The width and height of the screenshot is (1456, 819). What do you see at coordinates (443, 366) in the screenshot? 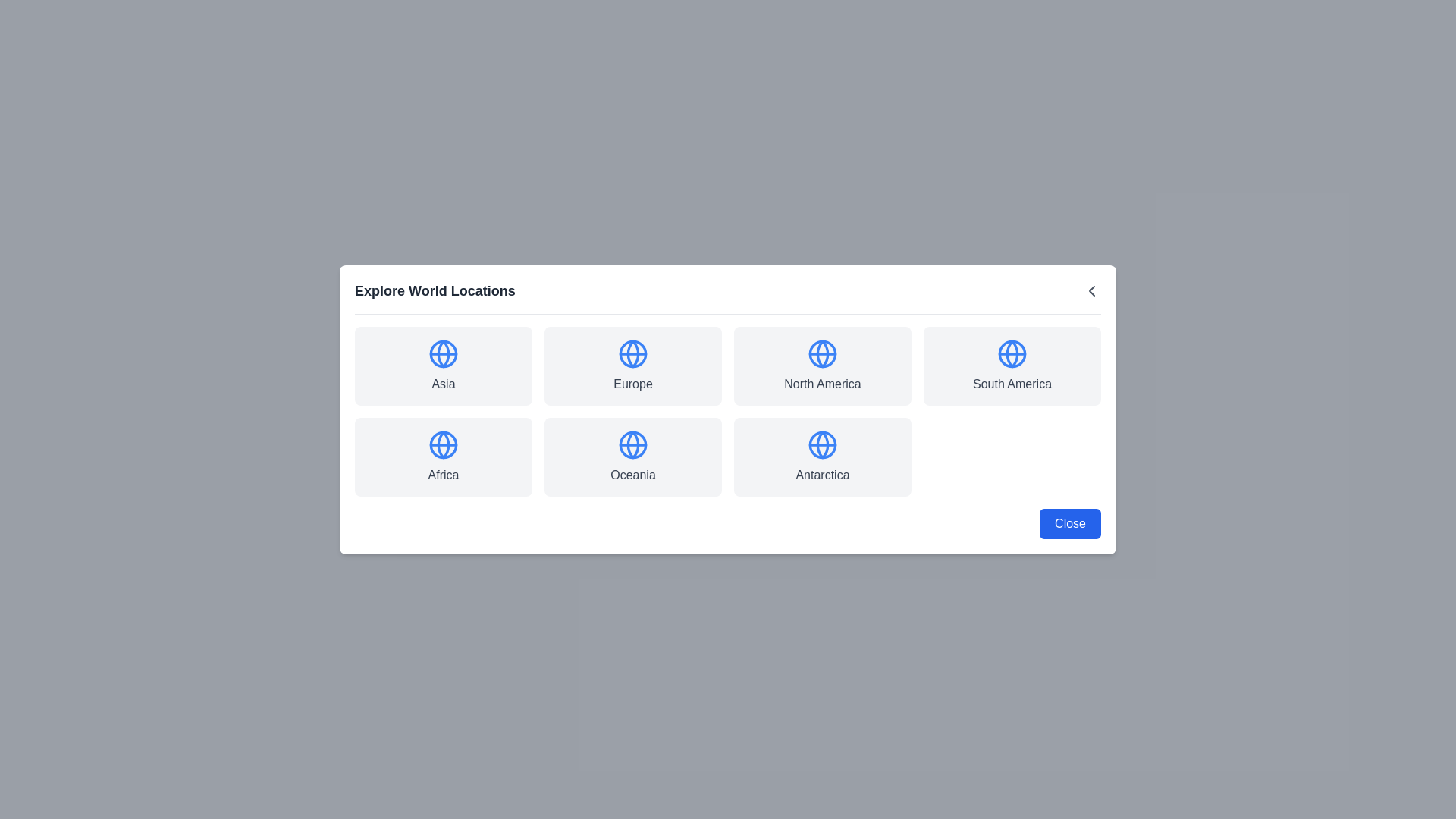
I see `the location Asia to select it` at bounding box center [443, 366].